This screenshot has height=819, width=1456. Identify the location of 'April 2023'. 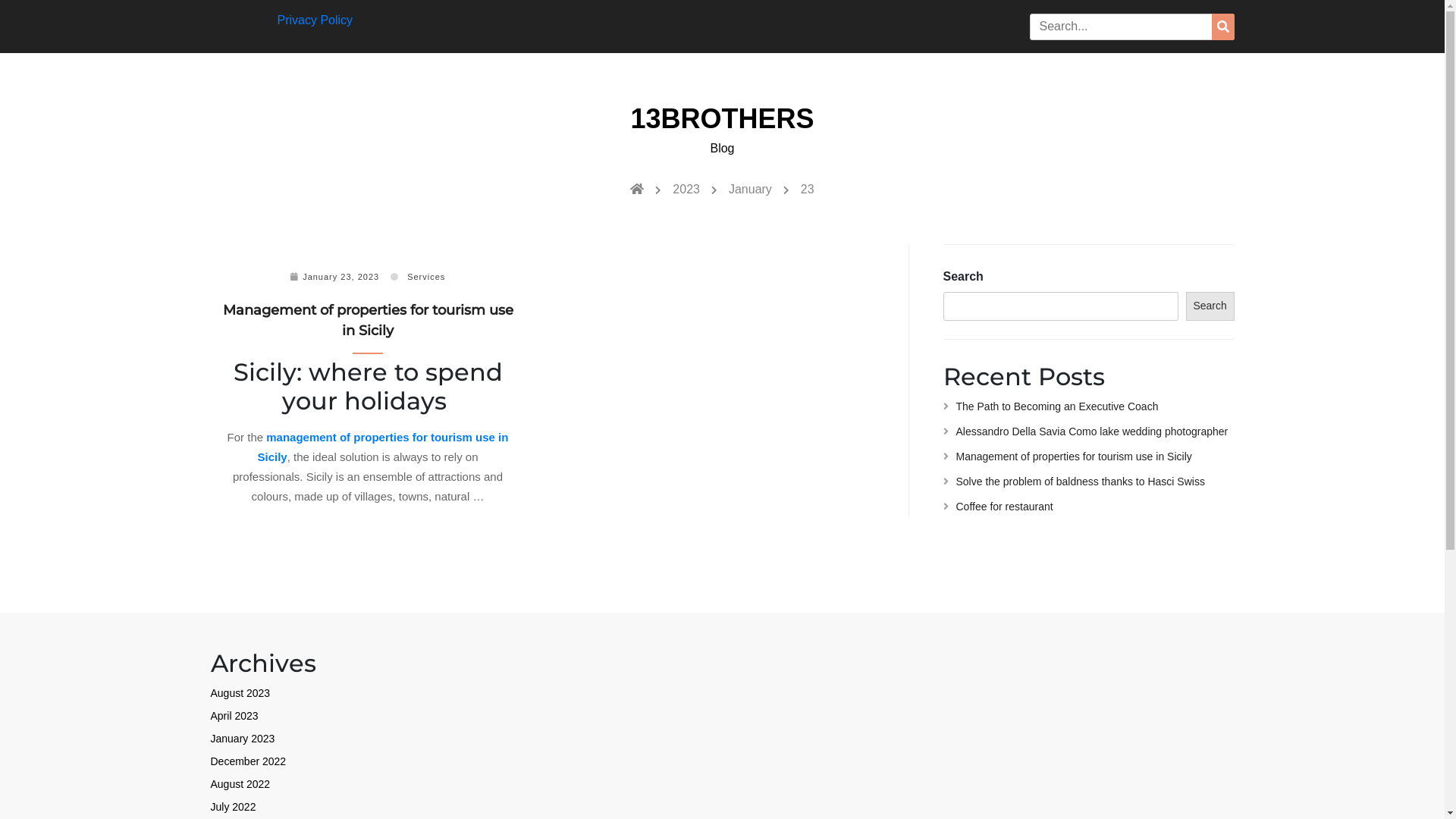
(234, 716).